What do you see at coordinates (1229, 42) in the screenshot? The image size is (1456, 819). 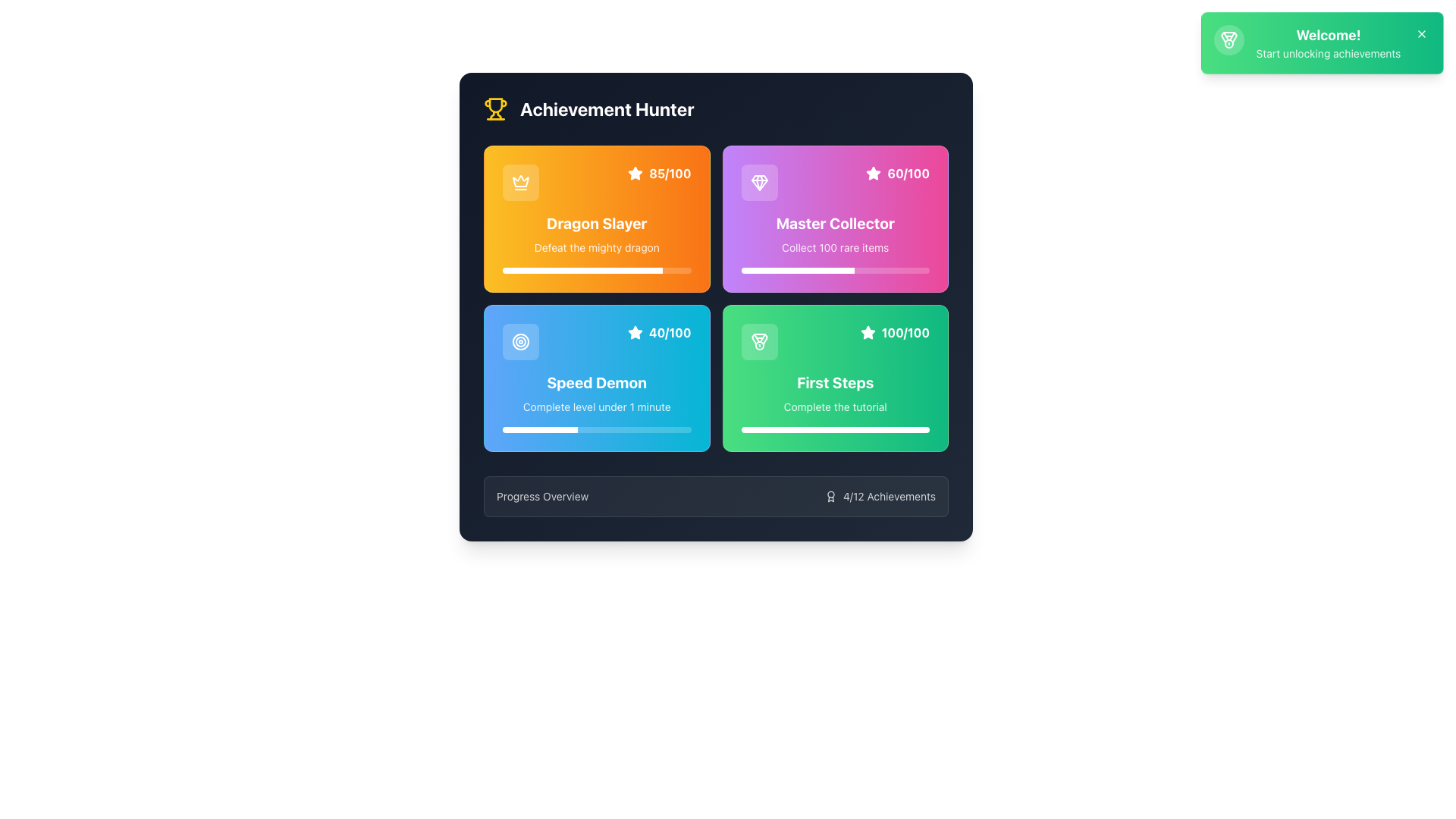 I see `the small circle located in the center of the medal icon, which is styled with a golden outline and is adjacent to the 'Achievement Hunter' text` at bounding box center [1229, 42].